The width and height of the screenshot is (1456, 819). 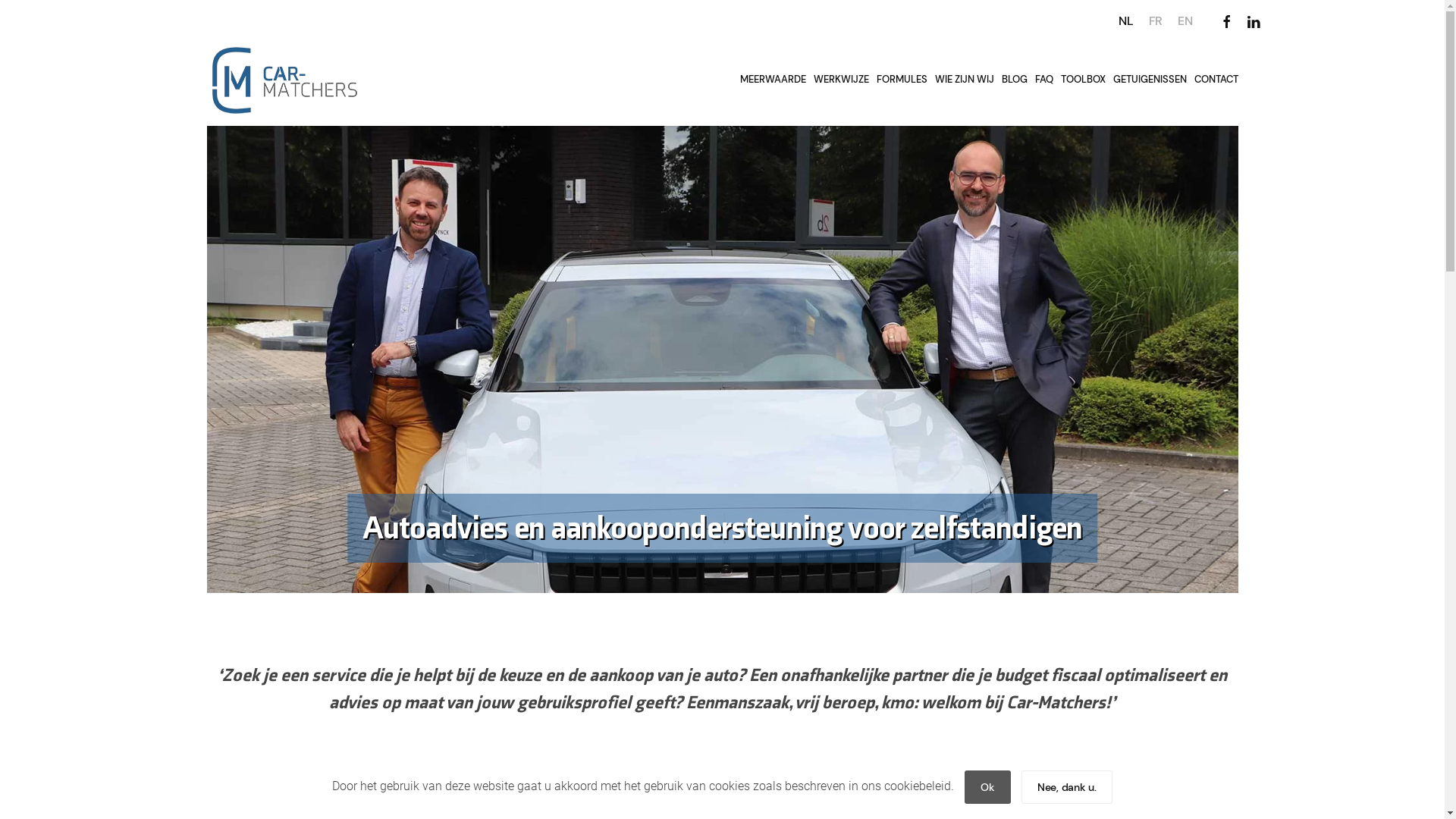 I want to click on 'TOOLBOX', so click(x=1082, y=80).